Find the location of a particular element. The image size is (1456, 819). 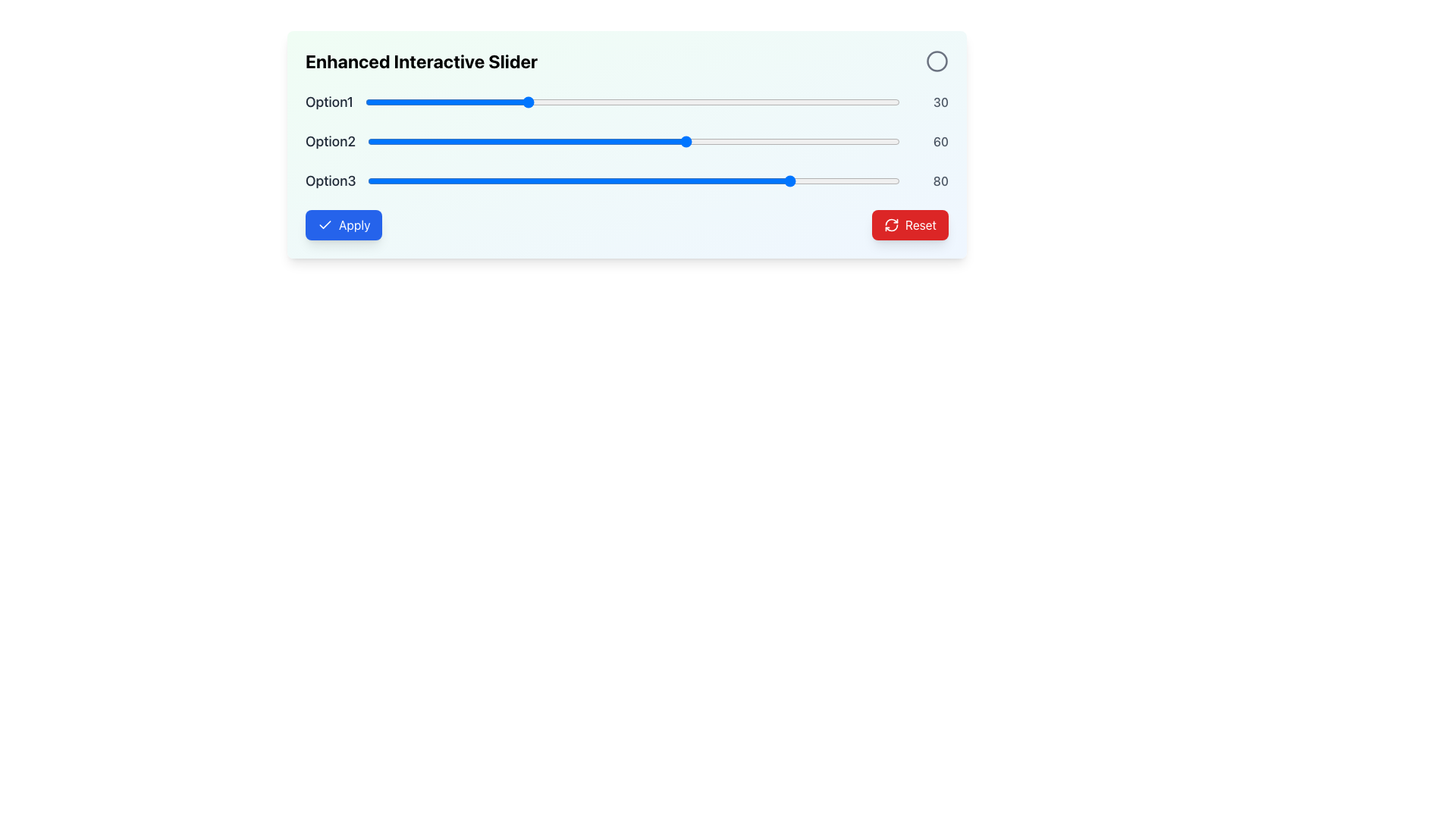

the slider is located at coordinates (428, 102).